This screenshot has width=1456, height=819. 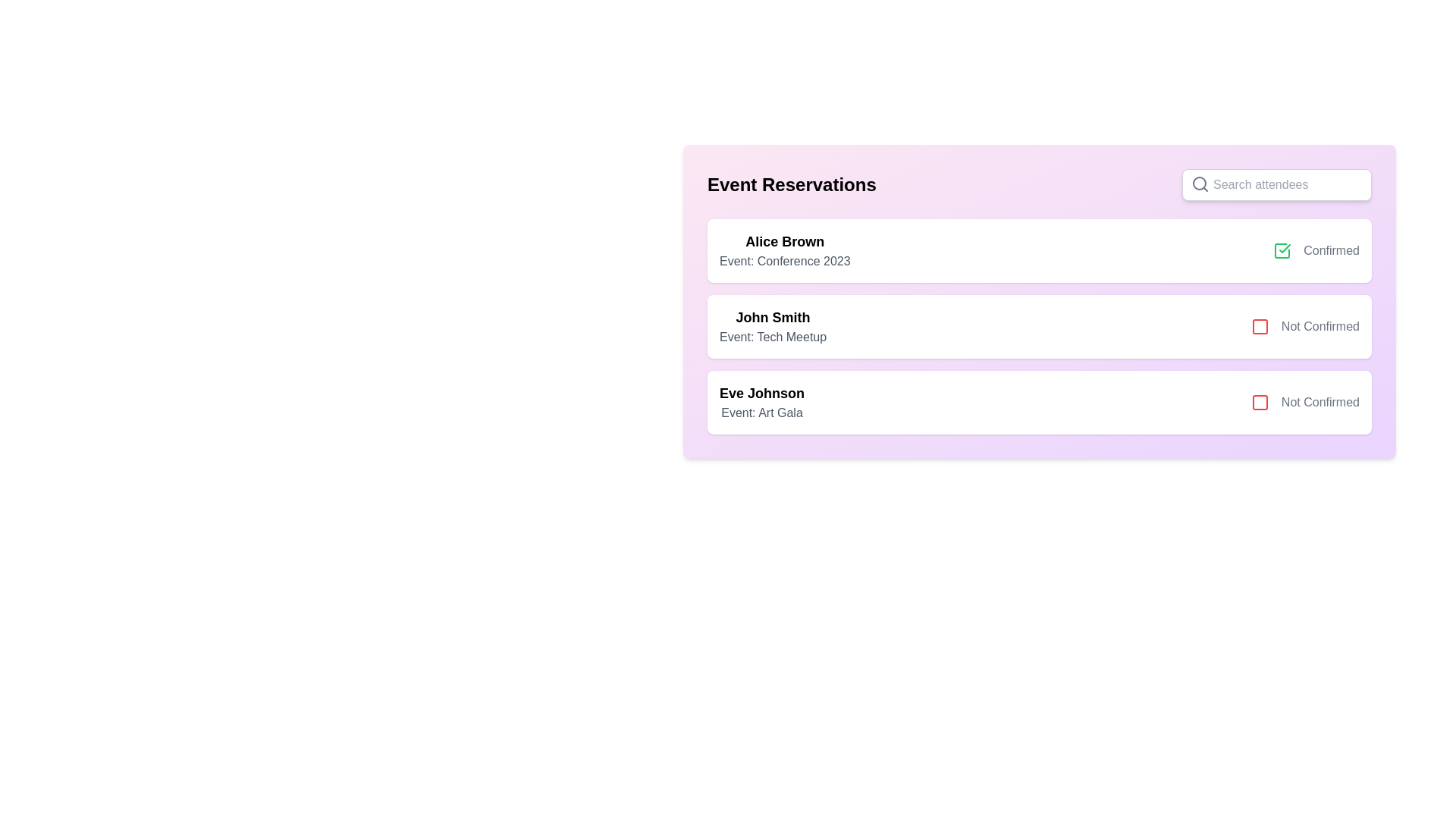 What do you see at coordinates (1282, 250) in the screenshot?
I see `the green checkmark icon inside a box located to the right of the first list item in the 'Event Reservations' section, which indicates the confirmation status of the item` at bounding box center [1282, 250].